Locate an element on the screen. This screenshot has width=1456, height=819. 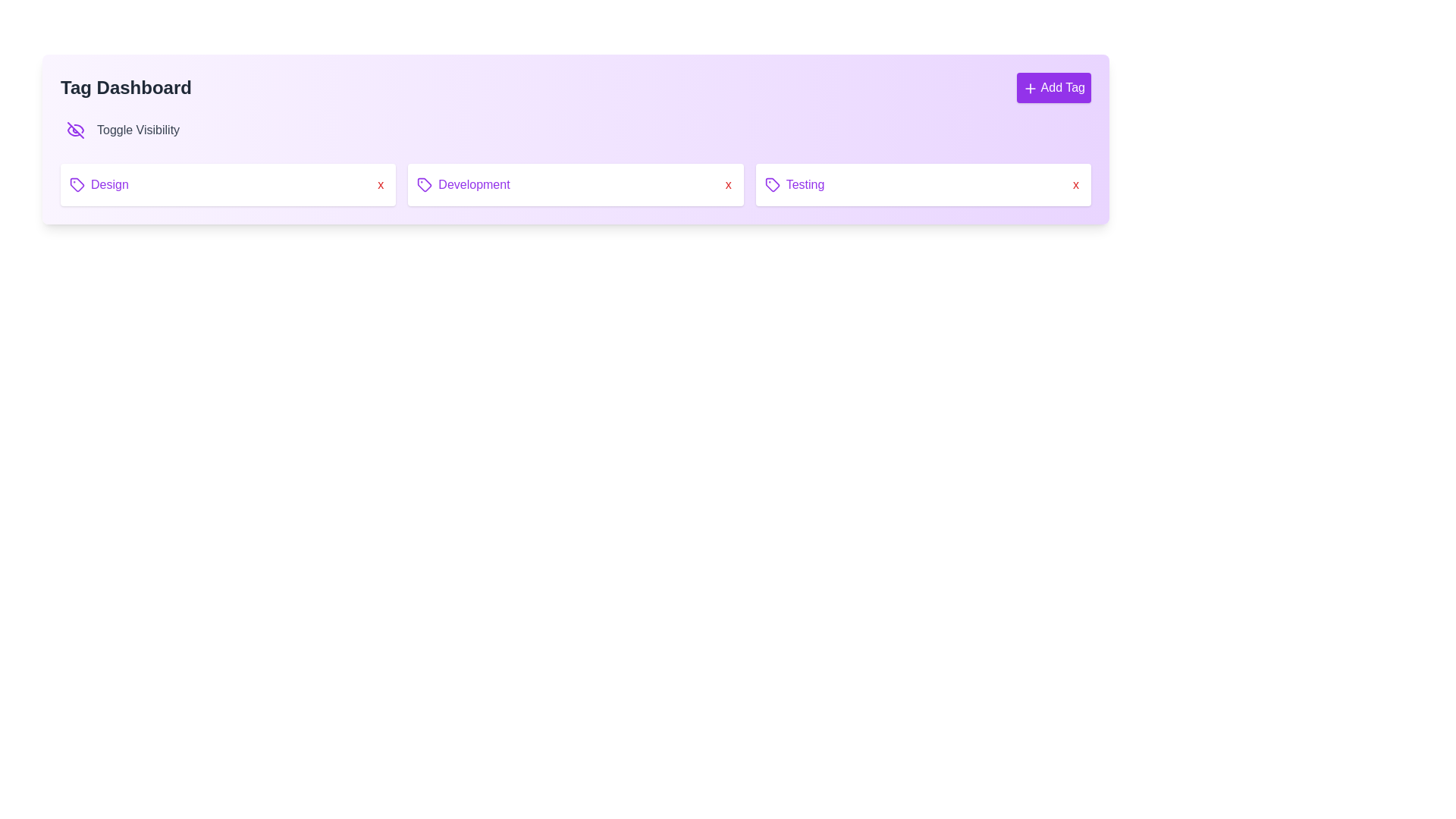
the 'x' button located at the far right side of the 'Development' box is located at coordinates (728, 184).